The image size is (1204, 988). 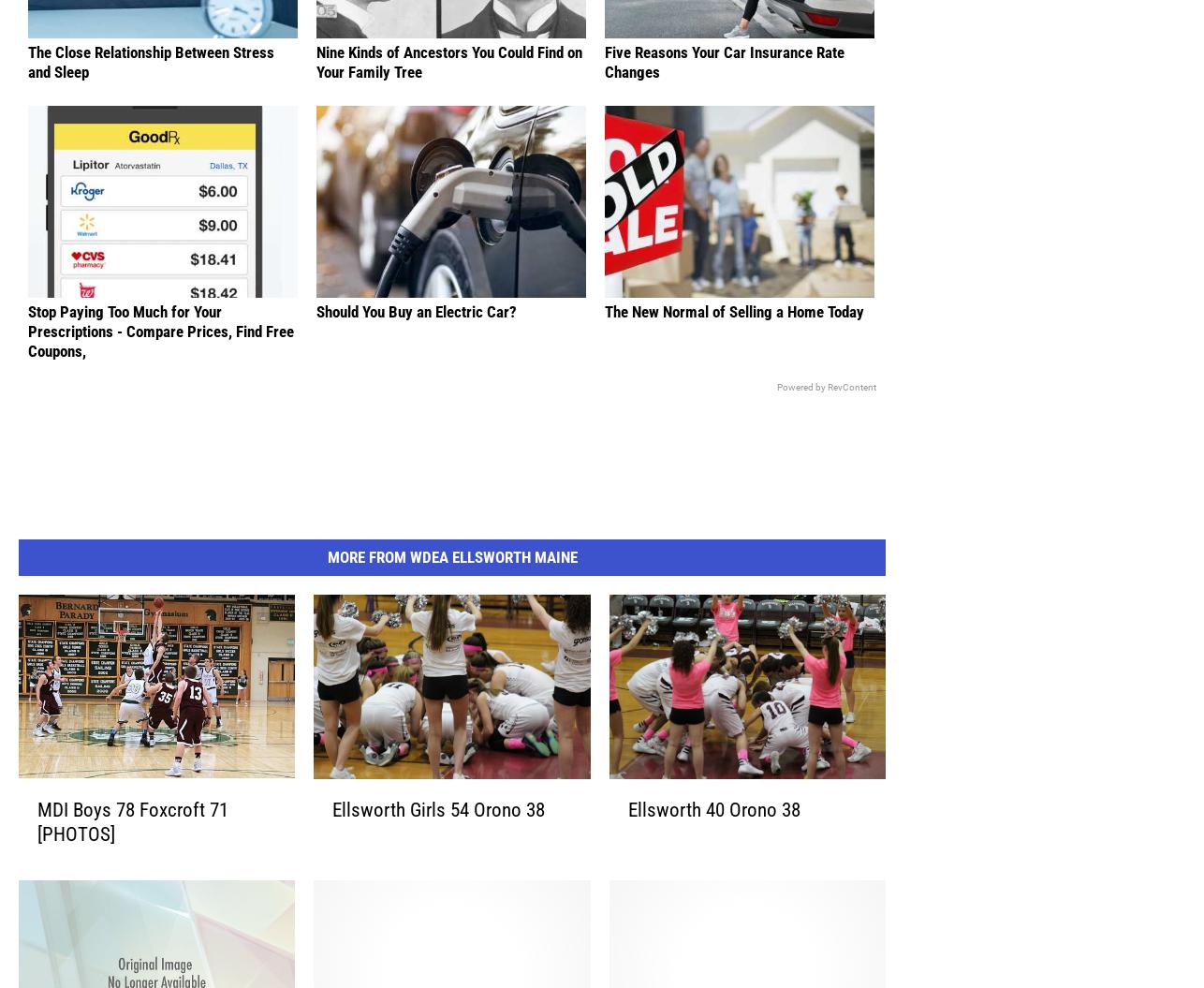 I want to click on 'Ellsworth 40 Orono 38', so click(x=712, y=838).